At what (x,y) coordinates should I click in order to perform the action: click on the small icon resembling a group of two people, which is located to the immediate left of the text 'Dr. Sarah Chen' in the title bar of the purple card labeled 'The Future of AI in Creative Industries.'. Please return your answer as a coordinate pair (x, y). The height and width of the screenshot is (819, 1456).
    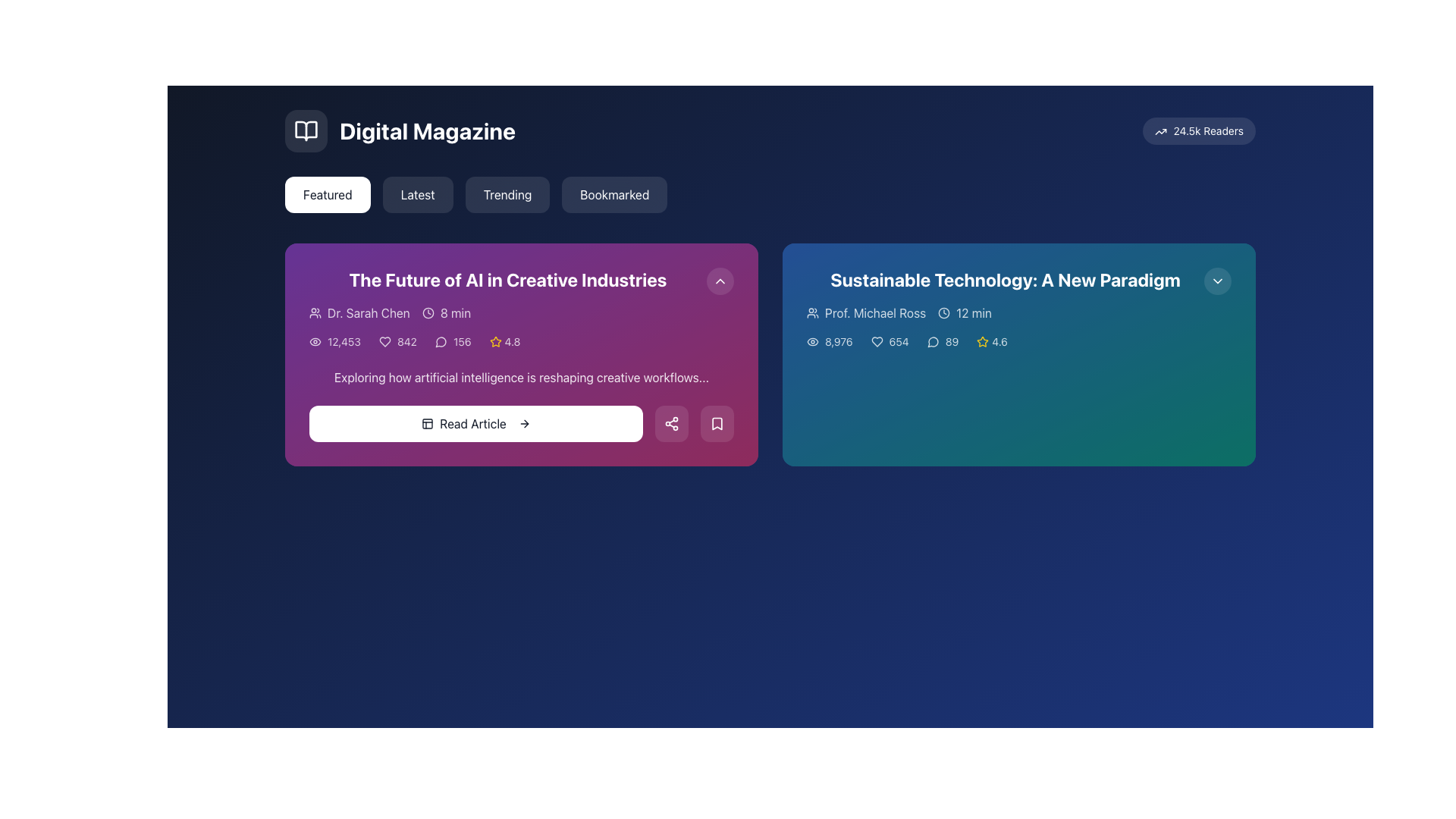
    Looking at the image, I should click on (315, 312).